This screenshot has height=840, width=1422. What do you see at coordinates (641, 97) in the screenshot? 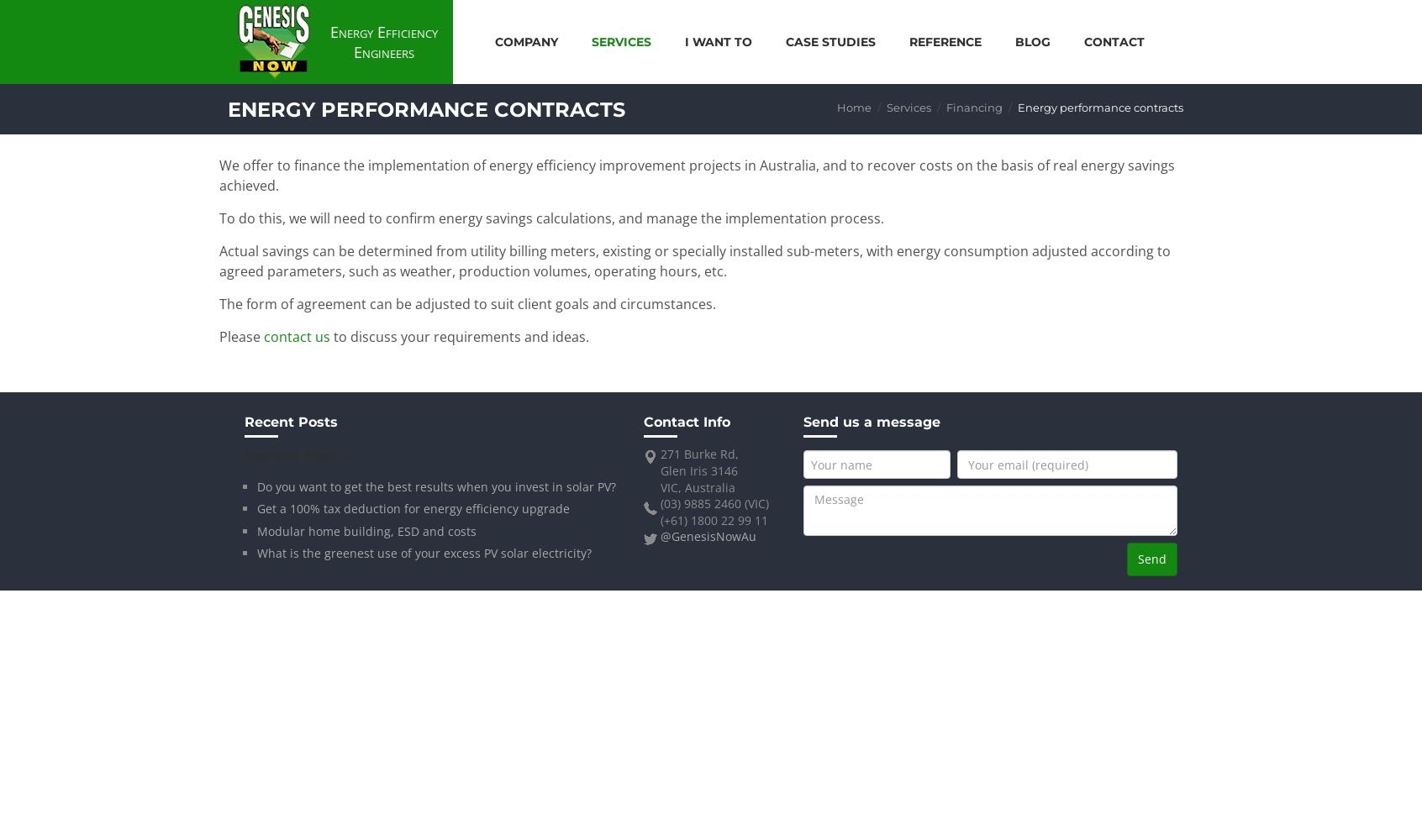
I see `'Energy services'` at bounding box center [641, 97].